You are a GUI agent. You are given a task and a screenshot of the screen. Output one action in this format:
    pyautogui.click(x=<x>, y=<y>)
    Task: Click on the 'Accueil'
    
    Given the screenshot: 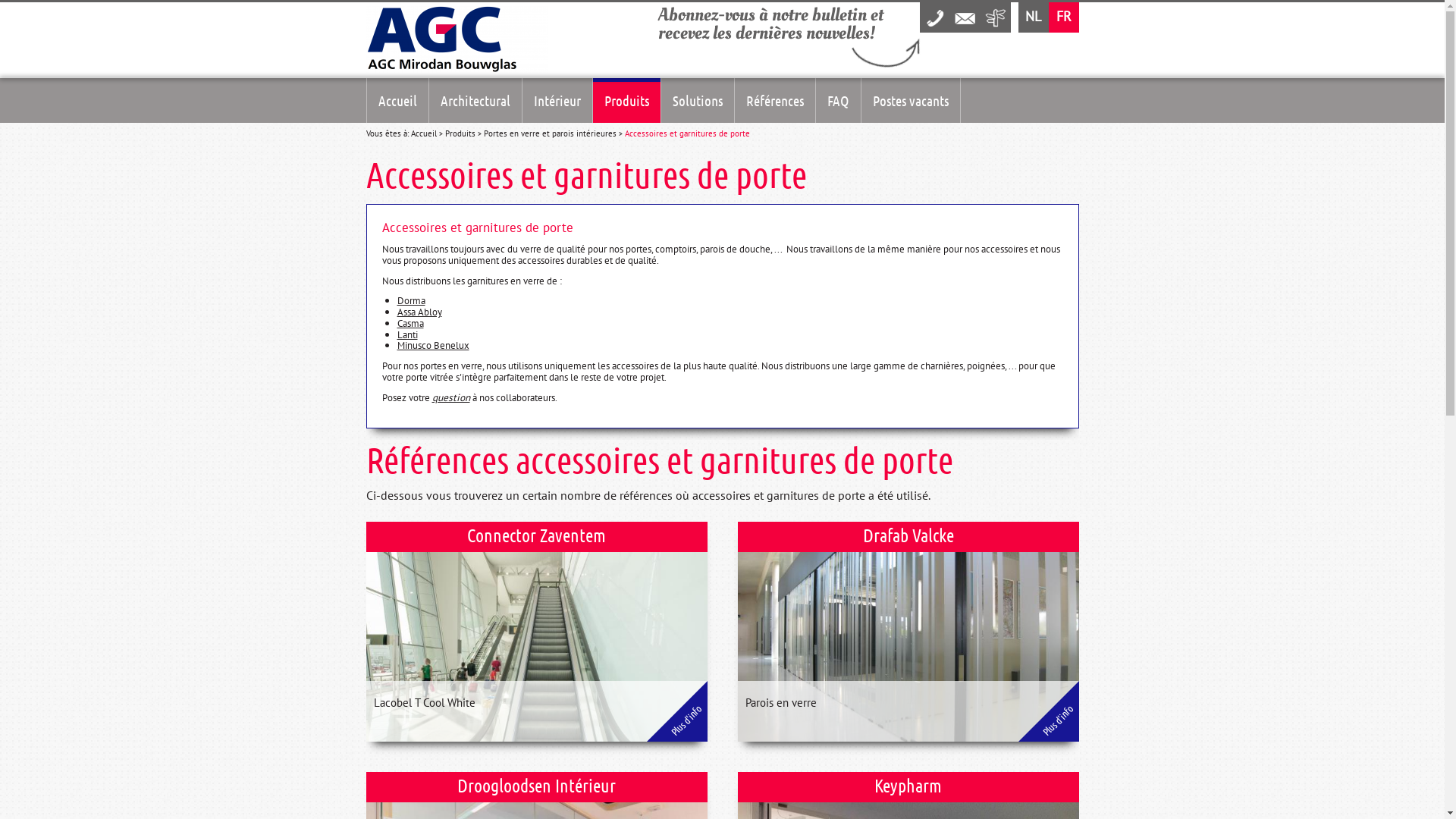 What is the action you would take?
    pyautogui.click(x=397, y=100)
    